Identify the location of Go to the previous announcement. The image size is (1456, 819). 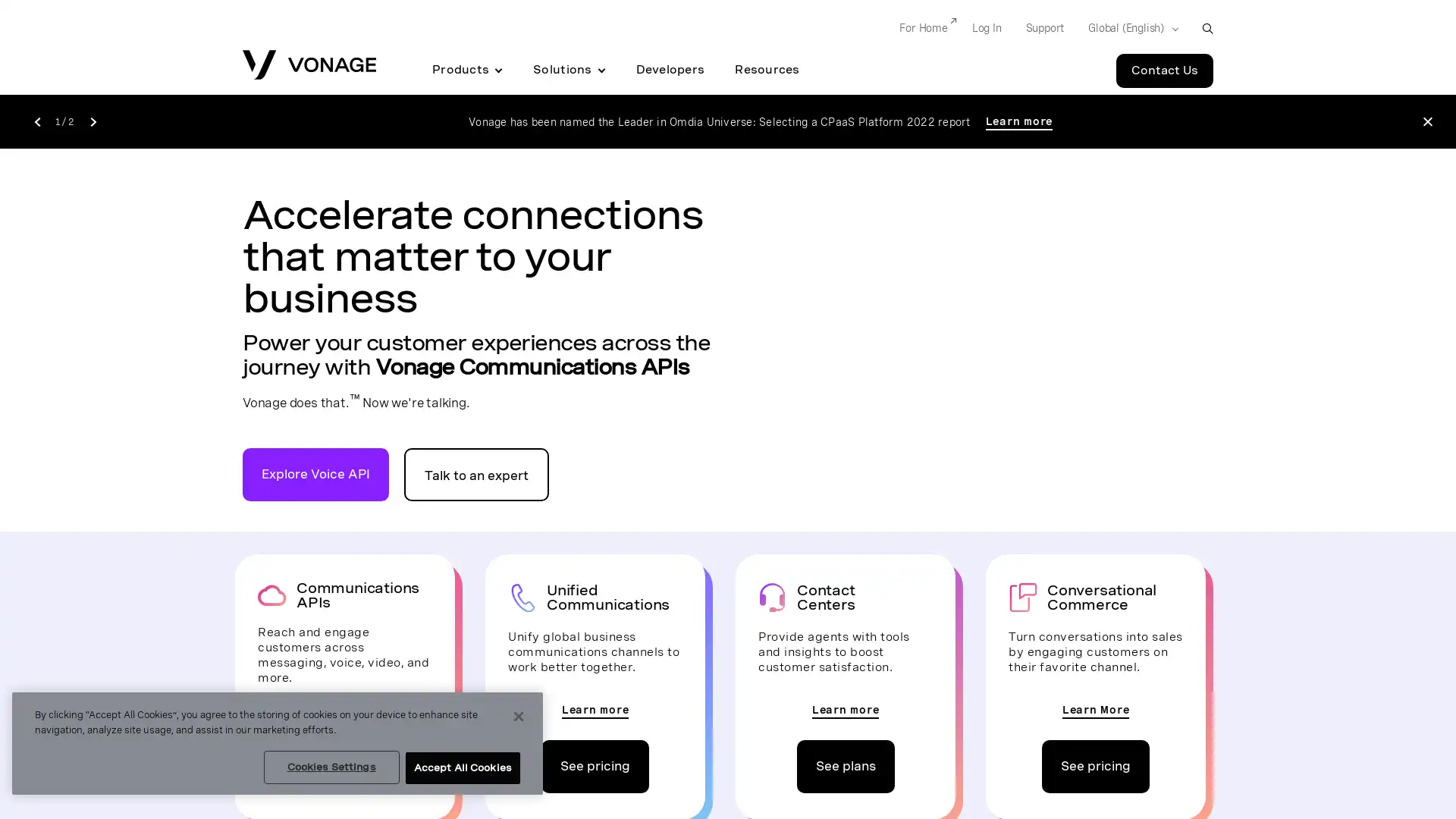
(36, 120).